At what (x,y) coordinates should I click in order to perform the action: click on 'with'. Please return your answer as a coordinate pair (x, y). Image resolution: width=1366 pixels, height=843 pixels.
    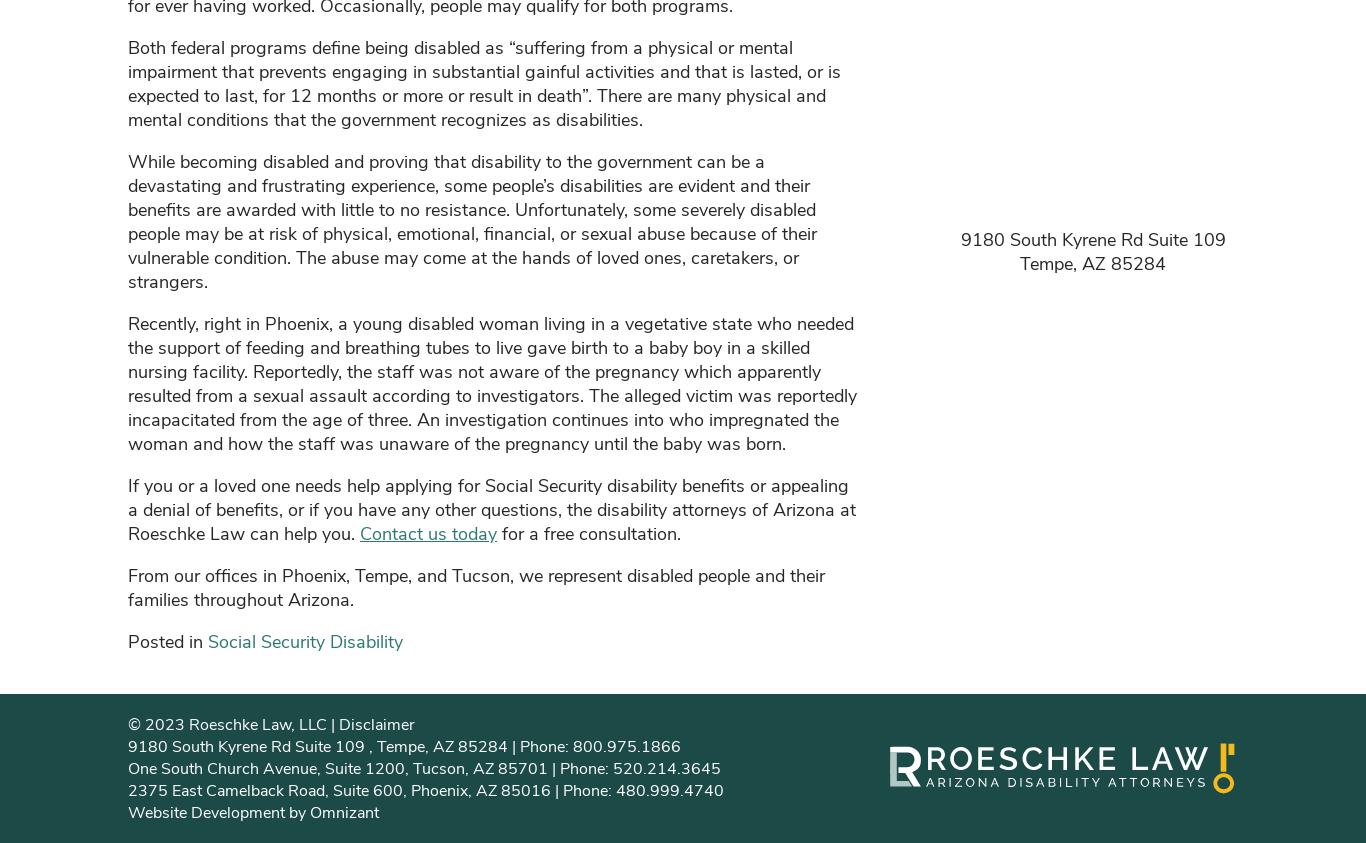
    Looking at the image, I should click on (301, 208).